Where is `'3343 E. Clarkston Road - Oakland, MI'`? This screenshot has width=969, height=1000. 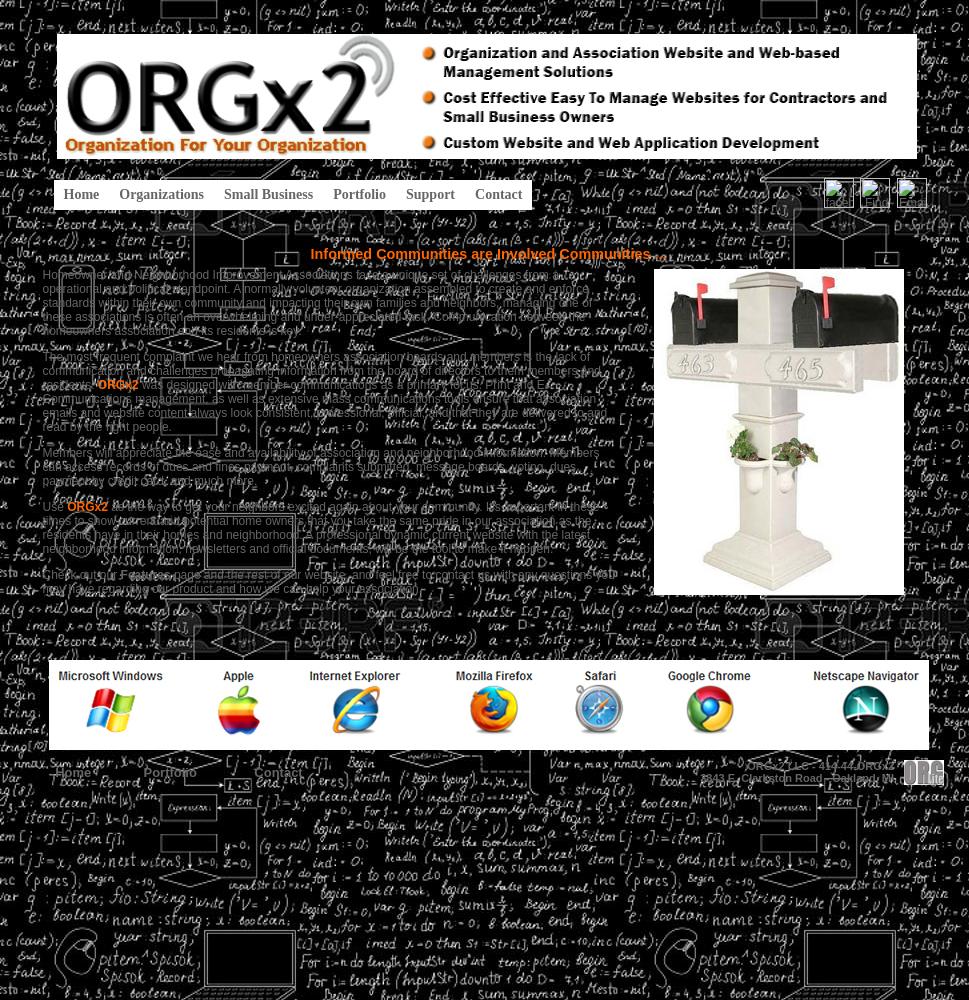
'3343 E. Clarkston Road - Oakland, MI' is located at coordinates (797, 778).